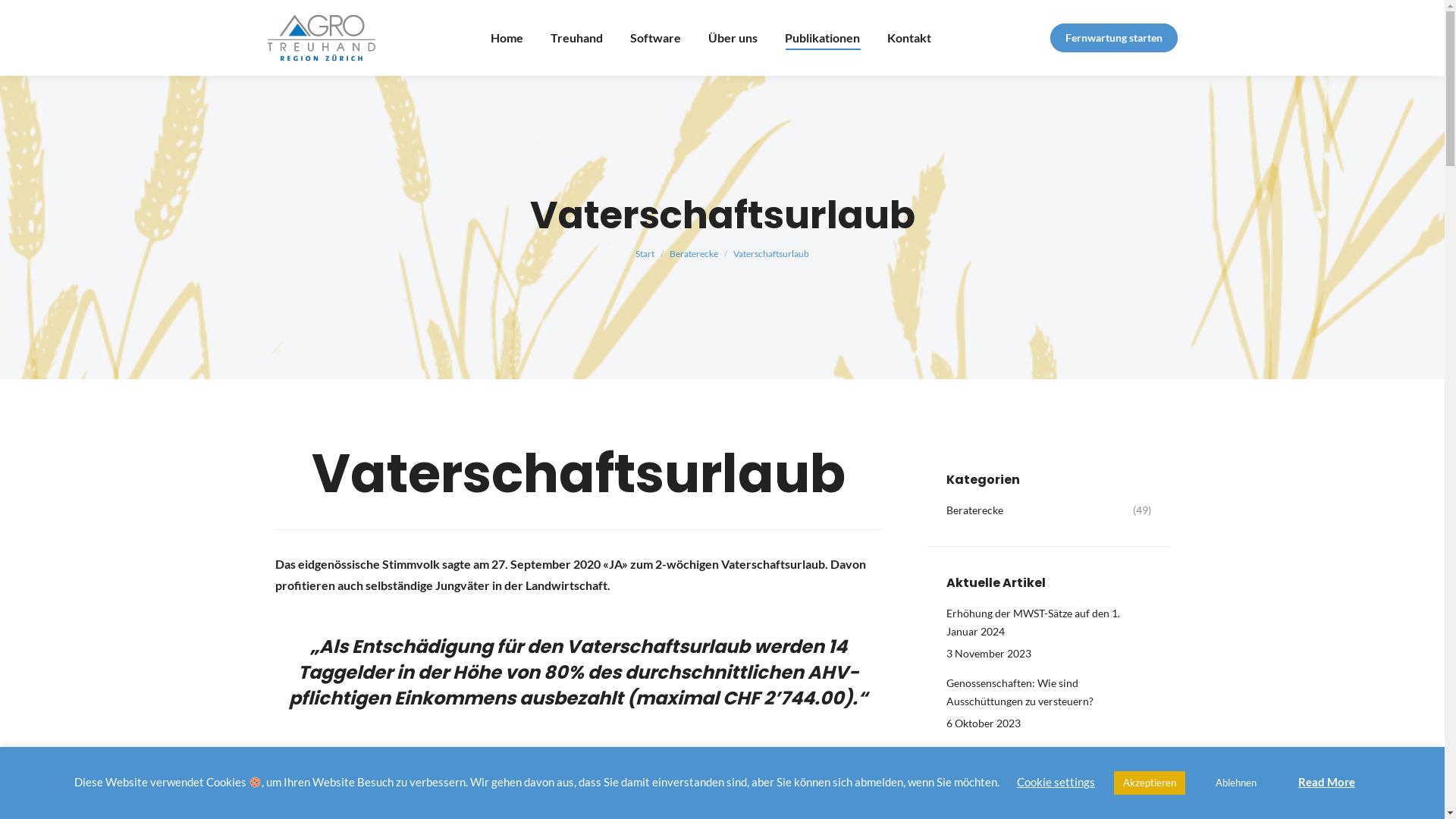 The height and width of the screenshot is (819, 1456). I want to click on 'Kontakt', so click(909, 37).